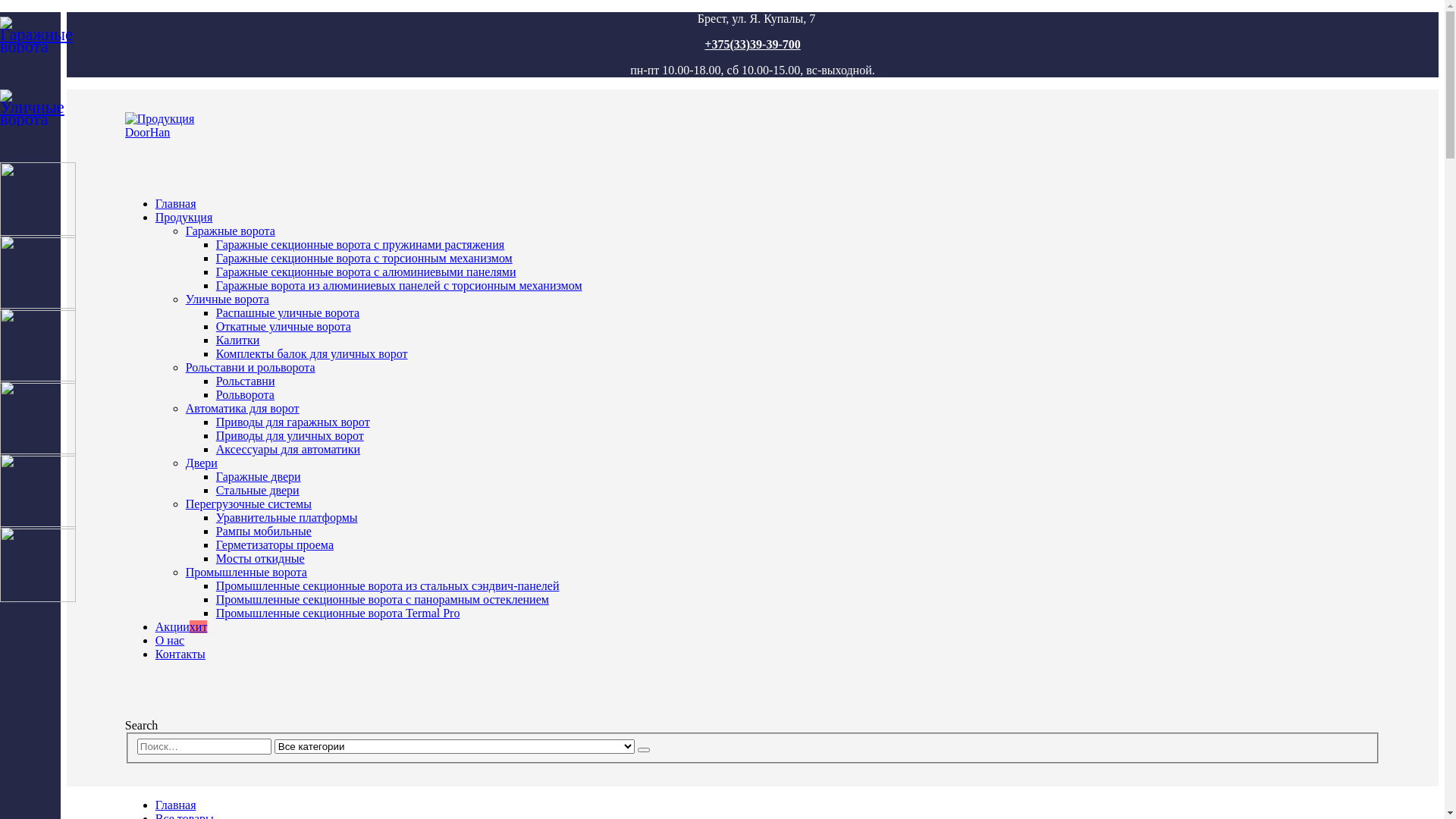  I want to click on 'Search', so click(644, 748).